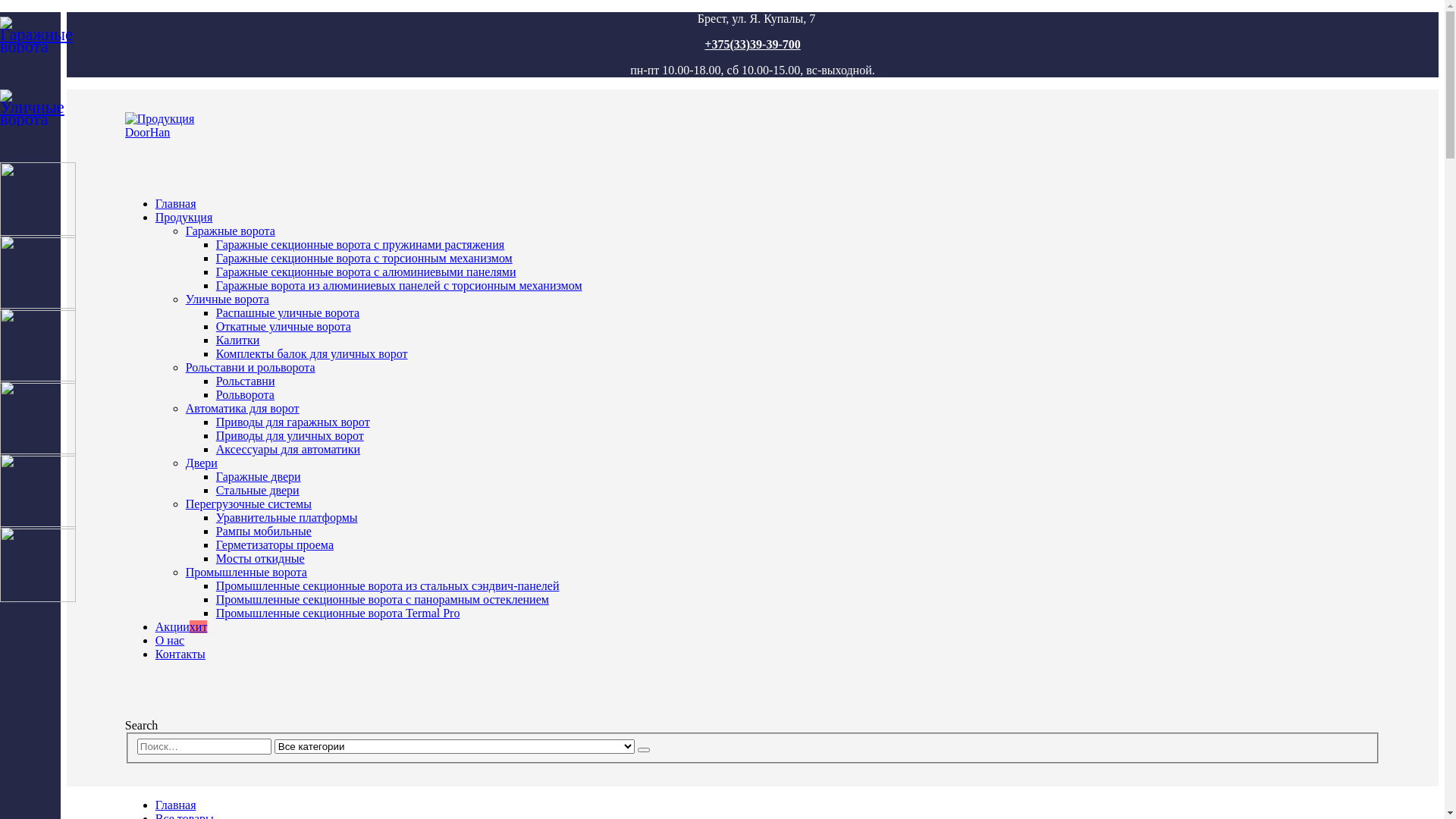  I want to click on 'Search', so click(644, 748).